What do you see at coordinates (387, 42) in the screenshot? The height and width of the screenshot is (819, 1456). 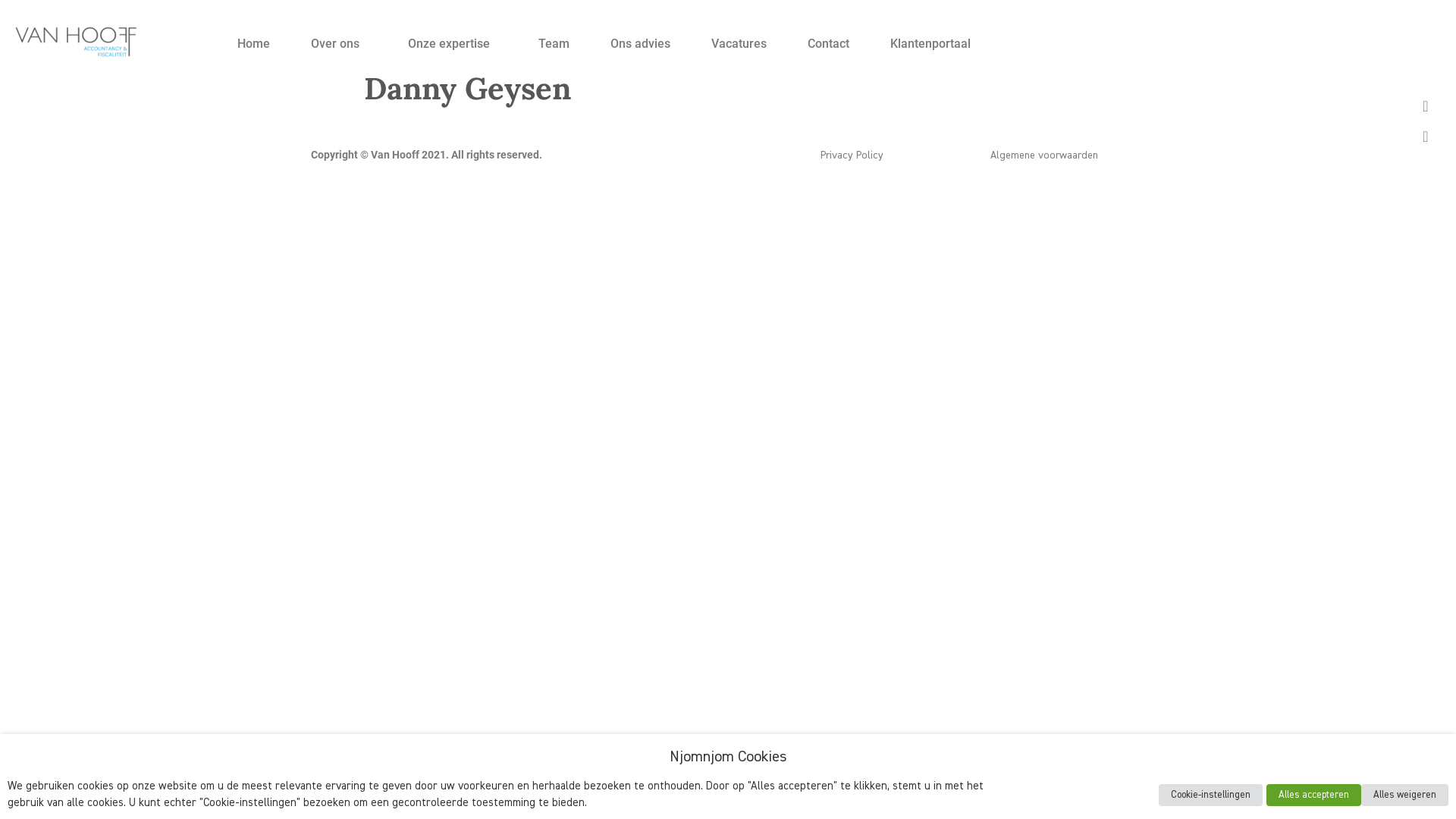 I see `'Onze expertise'` at bounding box center [387, 42].